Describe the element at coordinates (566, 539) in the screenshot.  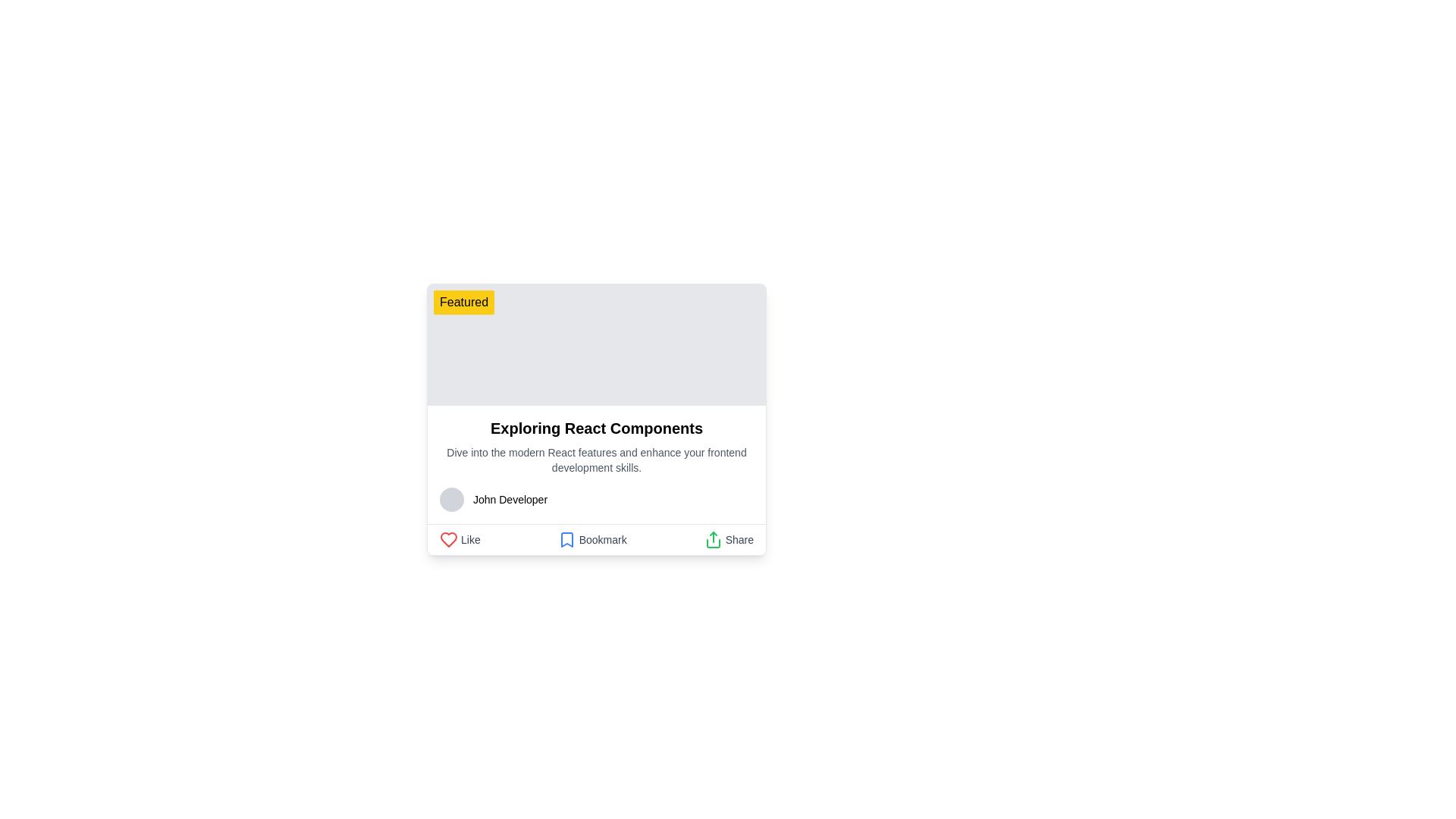
I see `the SVG bookmark icon` at that location.